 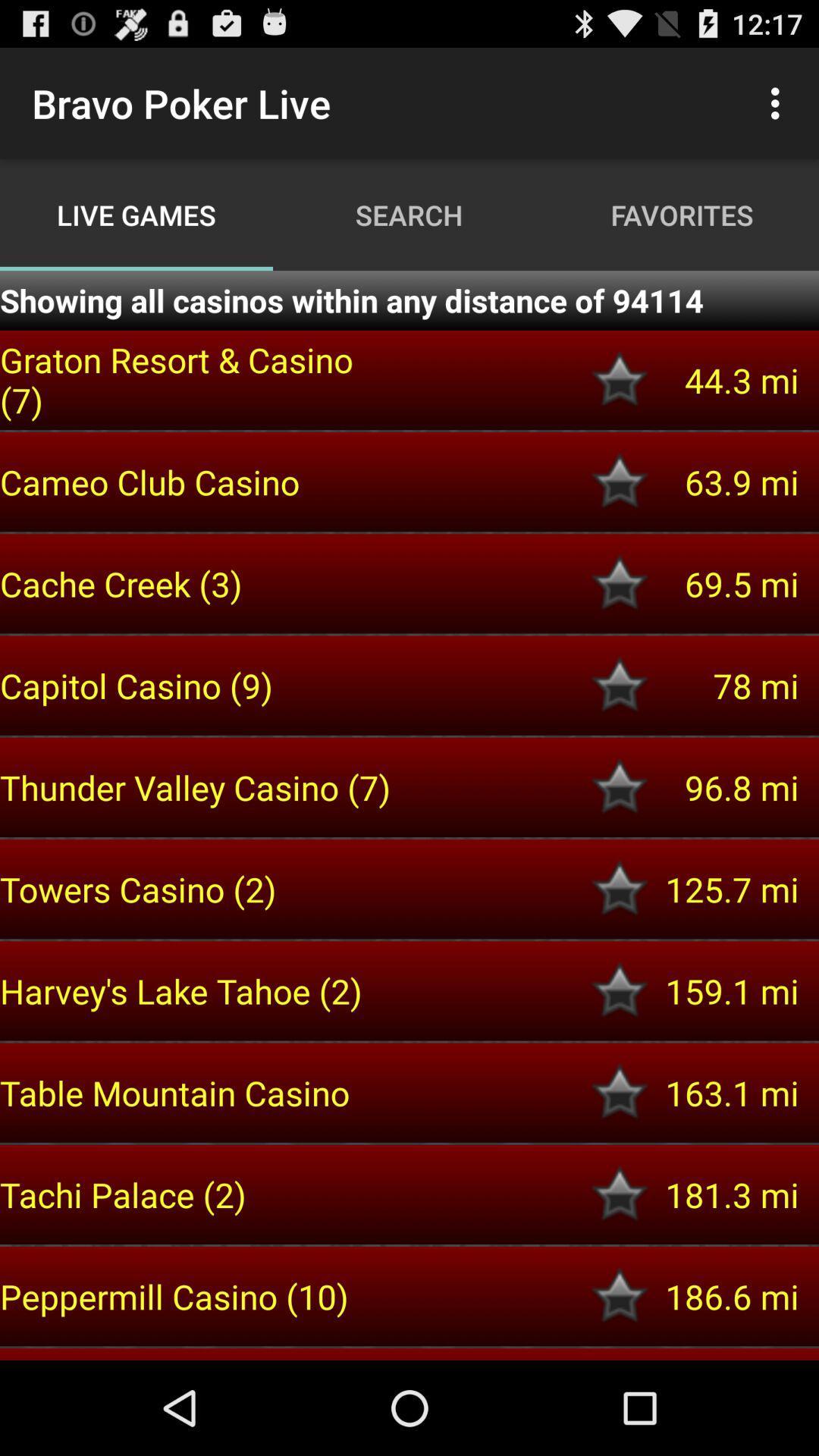 I want to click on the option which is beside live, so click(x=779, y=103).